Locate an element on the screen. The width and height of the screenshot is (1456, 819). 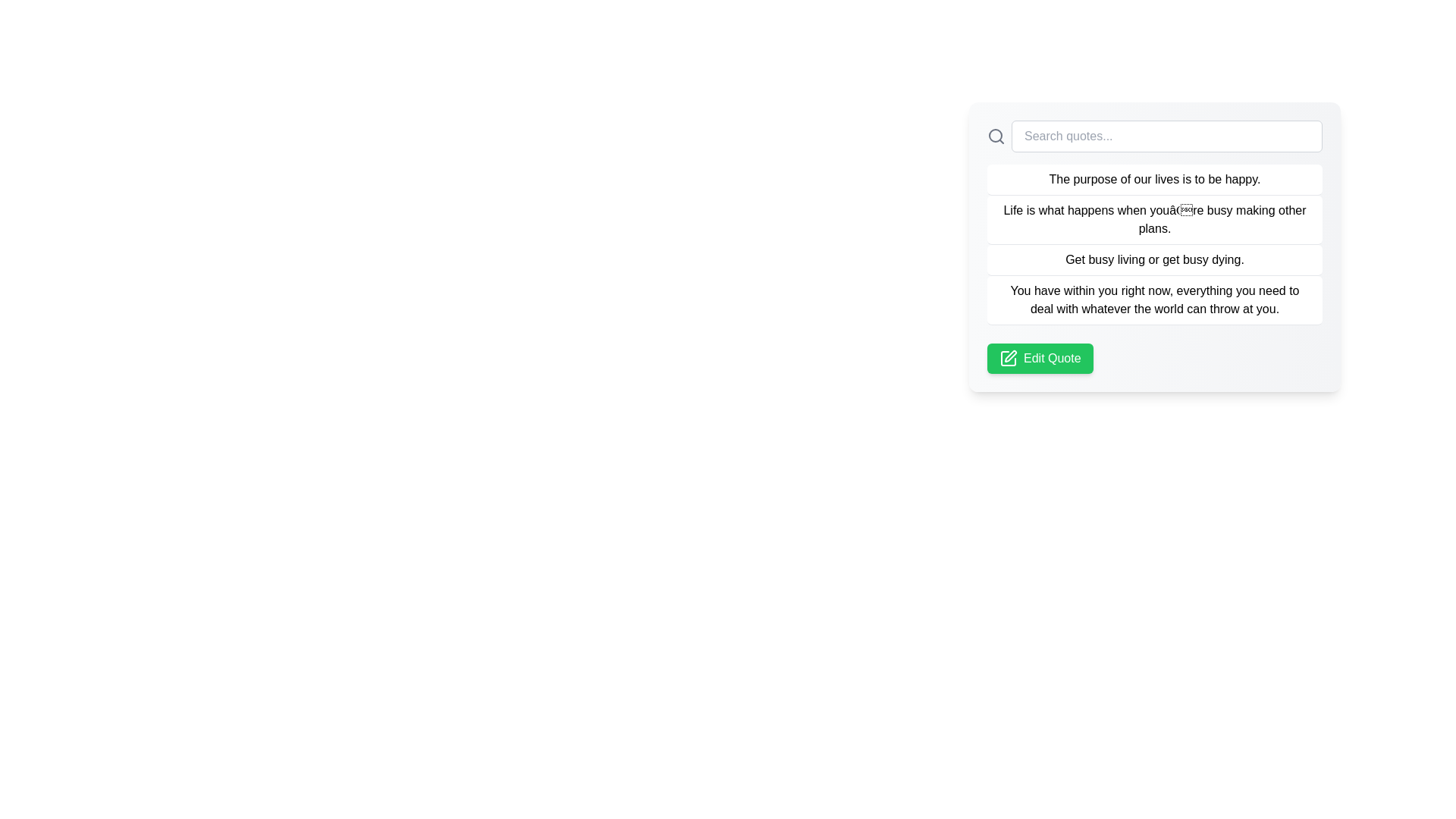
the text block containing the quote 'Get busy living or get busy dying.' located centrally above the green 'Edit Quote' button is located at coordinates (1153, 253).